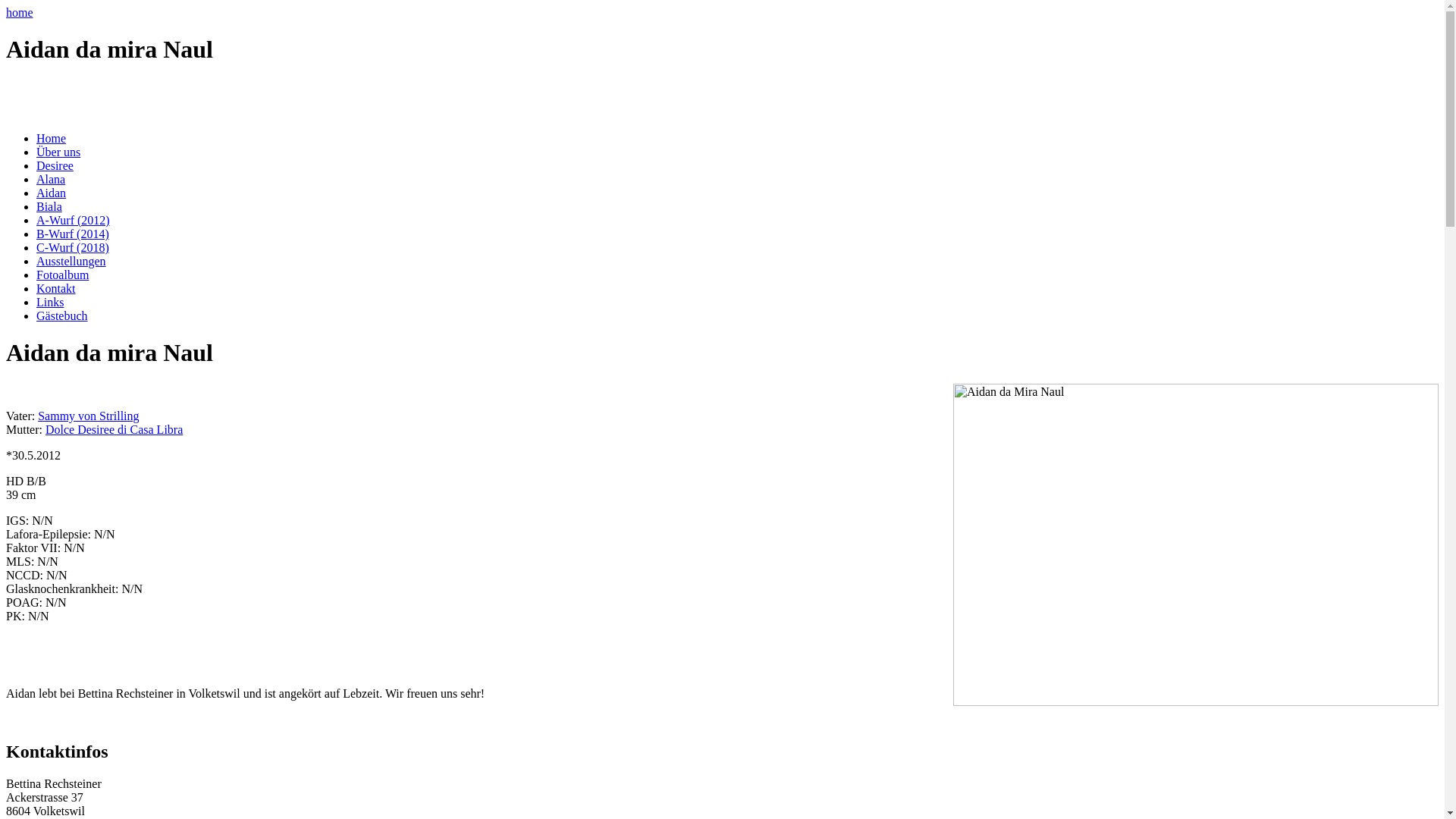 This screenshot has height=819, width=1456. Describe the element at coordinates (50, 302) in the screenshot. I see `'Links'` at that location.